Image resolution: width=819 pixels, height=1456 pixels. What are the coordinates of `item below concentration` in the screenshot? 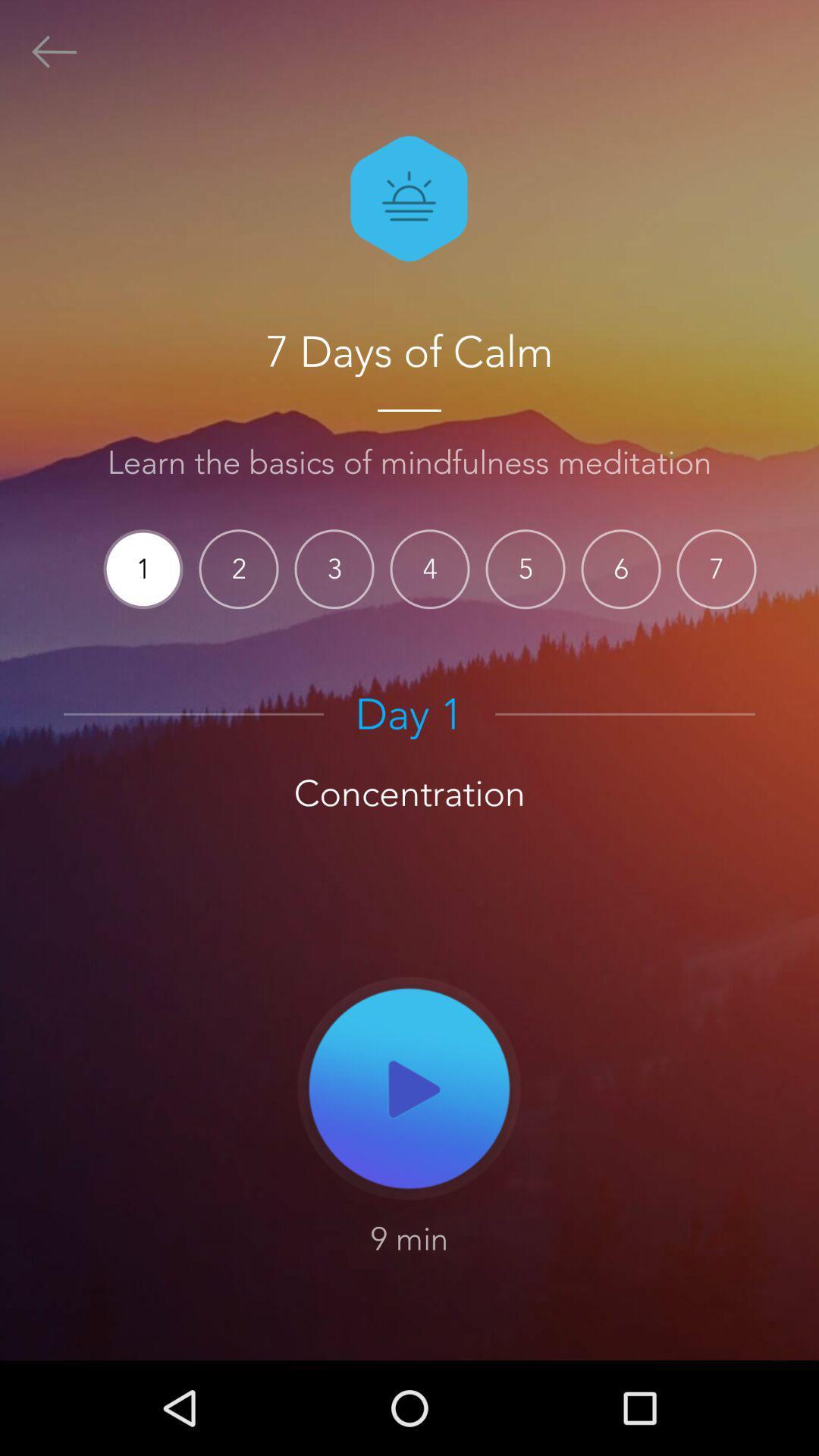 It's located at (409, 1087).